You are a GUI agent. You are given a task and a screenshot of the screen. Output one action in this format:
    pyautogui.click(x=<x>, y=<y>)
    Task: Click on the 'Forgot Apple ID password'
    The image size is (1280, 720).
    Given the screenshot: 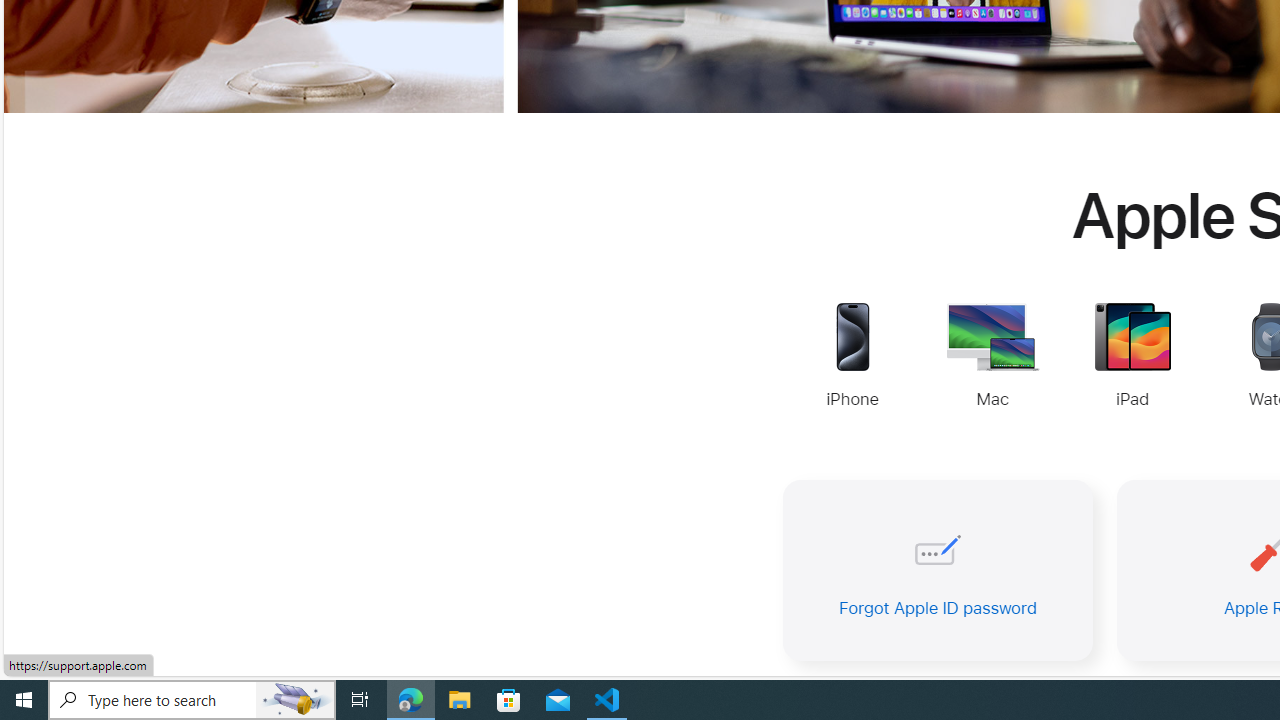 What is the action you would take?
    pyautogui.click(x=937, y=570)
    